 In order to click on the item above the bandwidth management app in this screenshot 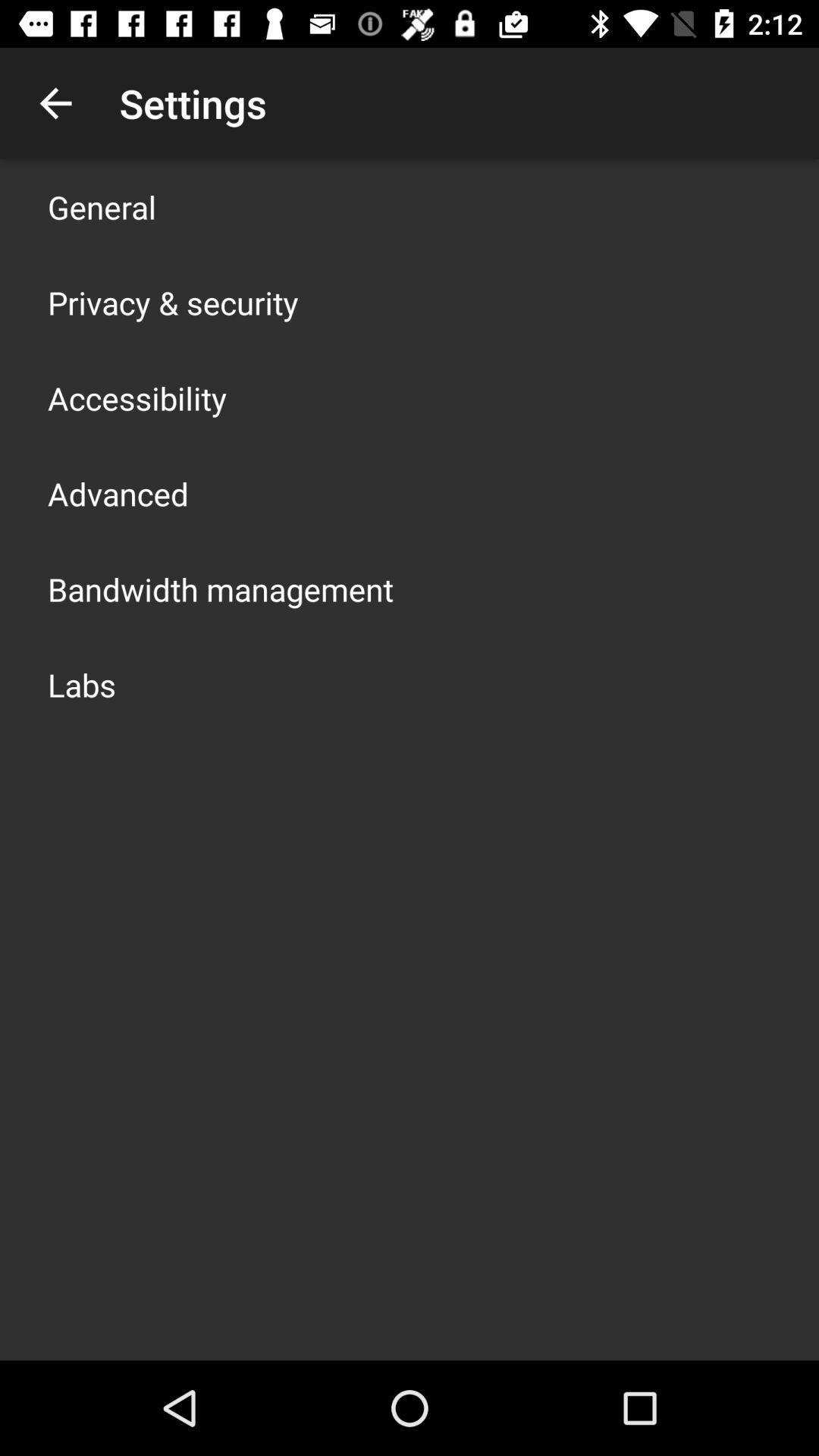, I will do `click(117, 494)`.